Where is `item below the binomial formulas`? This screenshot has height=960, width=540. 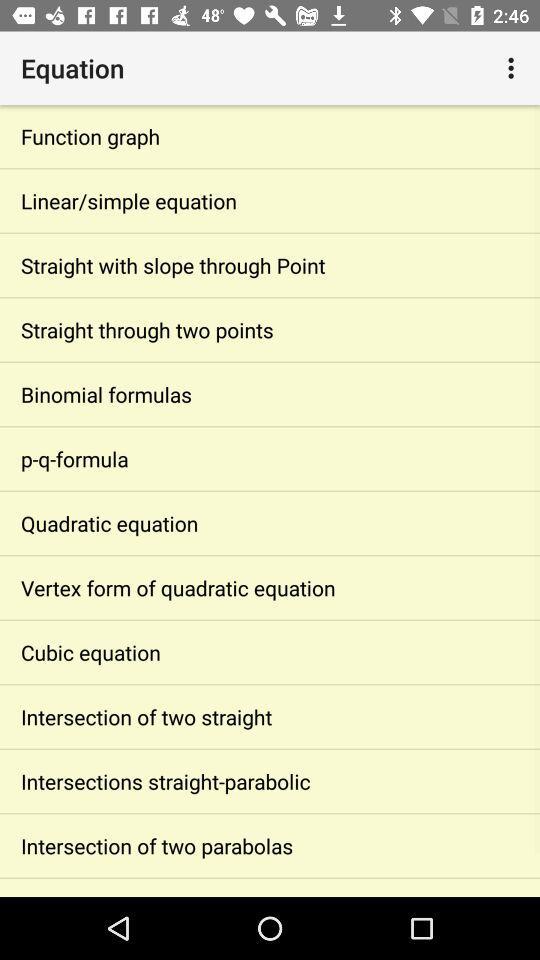 item below the binomial formulas is located at coordinates (270, 458).